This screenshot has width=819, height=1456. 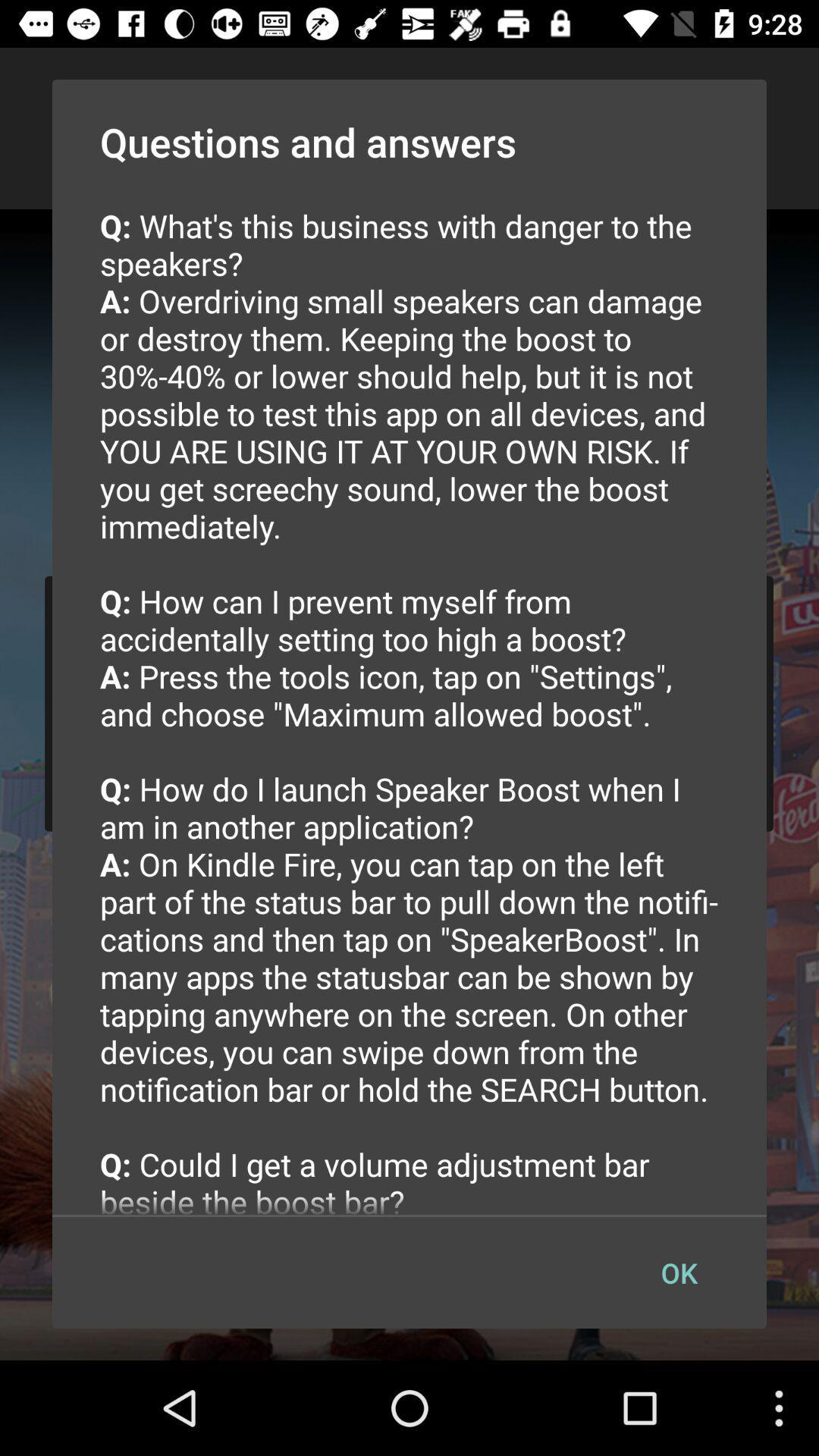 What do you see at coordinates (678, 1272) in the screenshot?
I see `the button at the bottom right corner` at bounding box center [678, 1272].